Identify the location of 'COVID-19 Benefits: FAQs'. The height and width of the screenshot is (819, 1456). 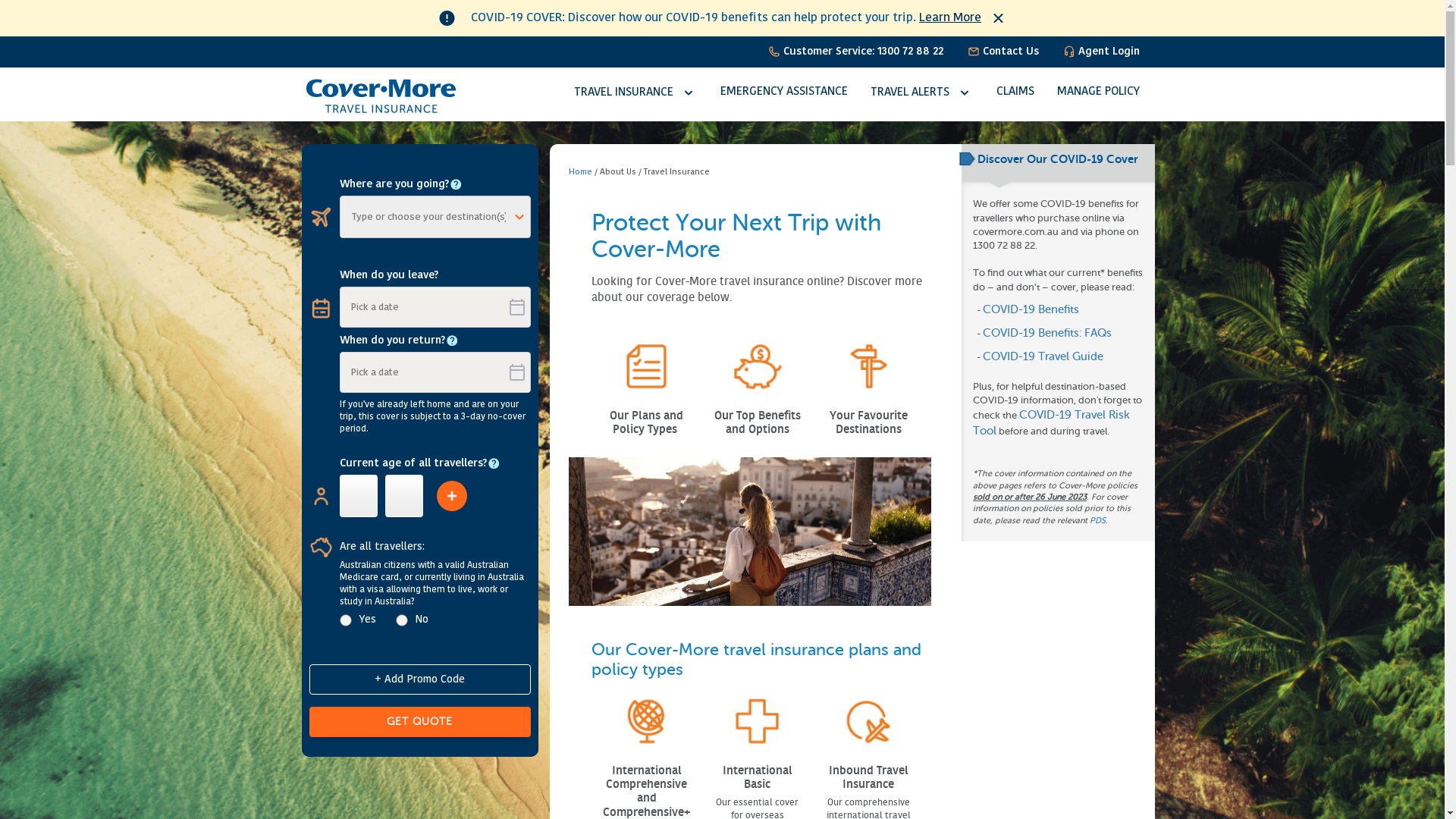
(1046, 332).